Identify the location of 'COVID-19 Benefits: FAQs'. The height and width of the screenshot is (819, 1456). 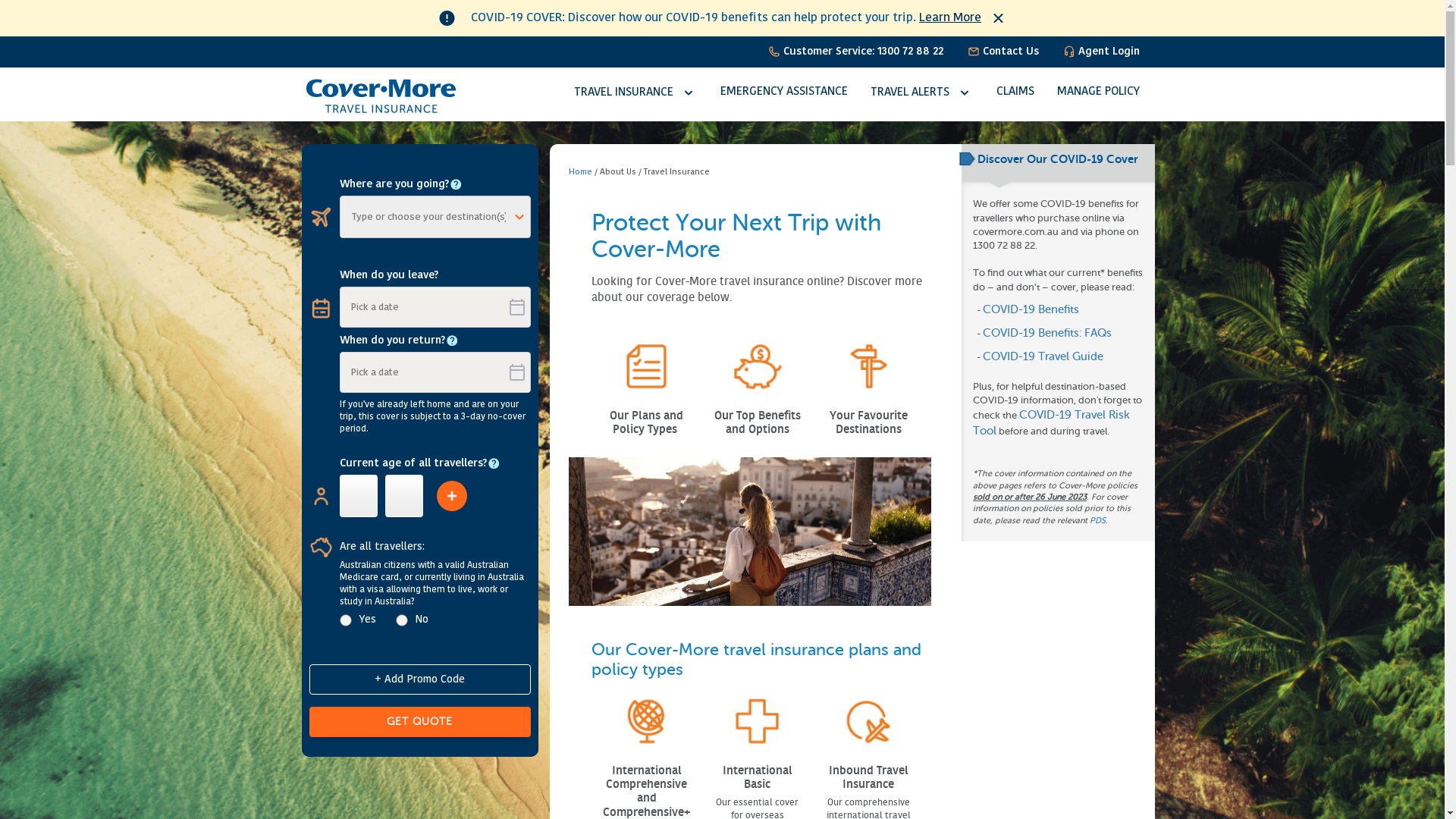
(1046, 332).